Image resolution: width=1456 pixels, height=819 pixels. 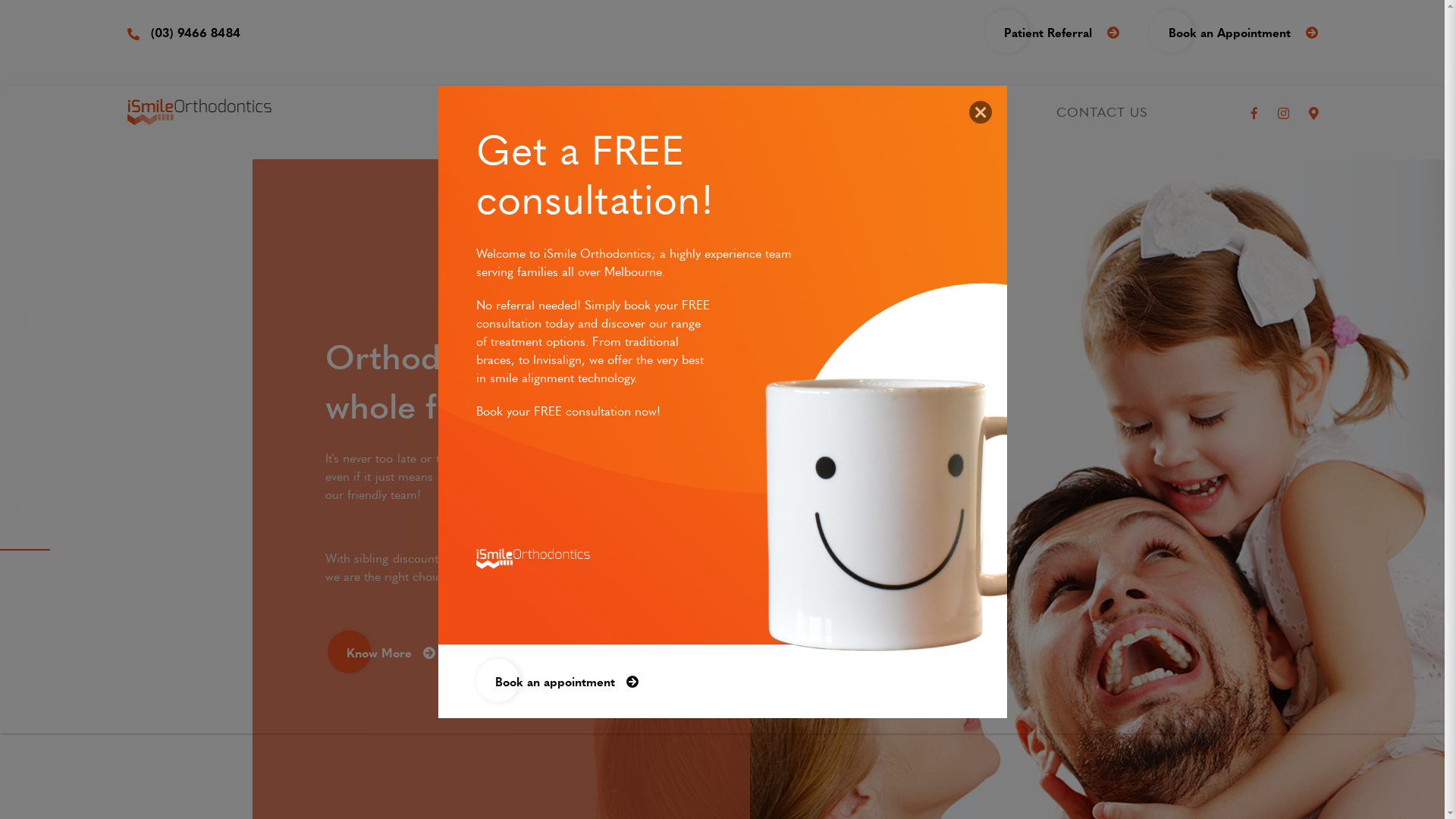 What do you see at coordinates (127, 111) in the screenshot?
I see `'ismile orthodontics bundoora'` at bounding box center [127, 111].